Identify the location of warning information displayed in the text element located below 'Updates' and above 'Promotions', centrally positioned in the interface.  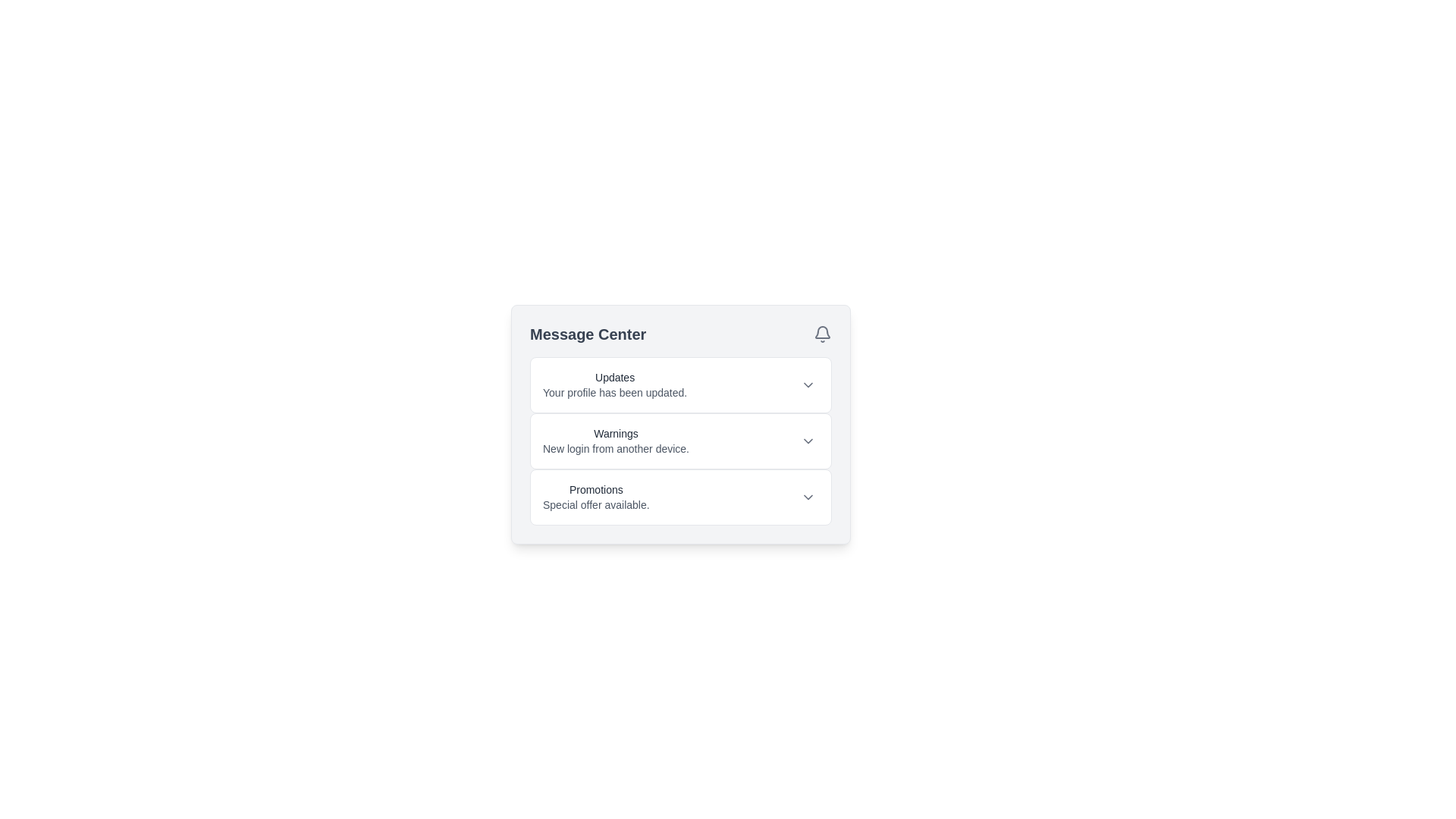
(616, 441).